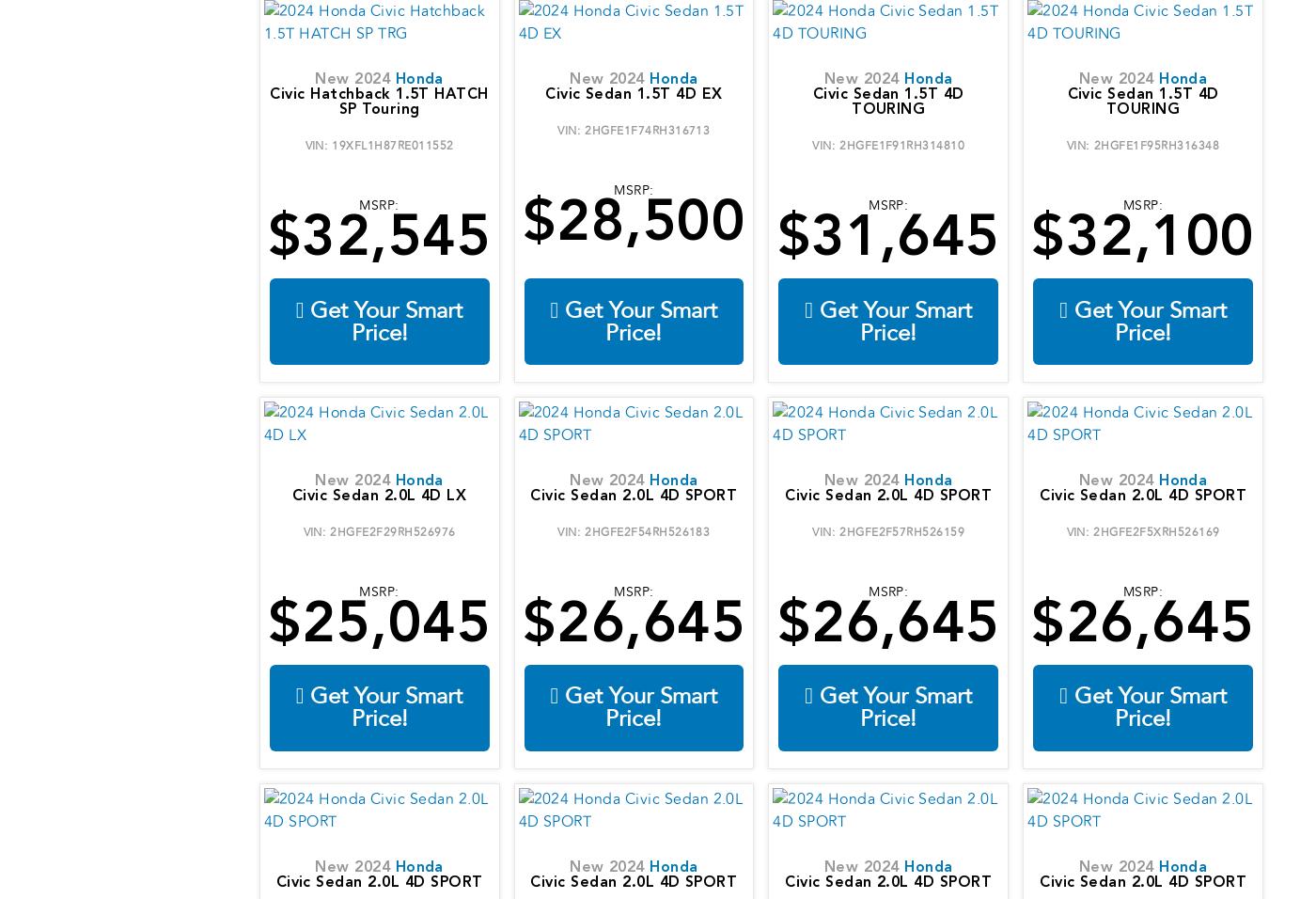 This screenshot has height=899, width=1316. I want to click on '2HGFE2F57RH526159', so click(901, 529).